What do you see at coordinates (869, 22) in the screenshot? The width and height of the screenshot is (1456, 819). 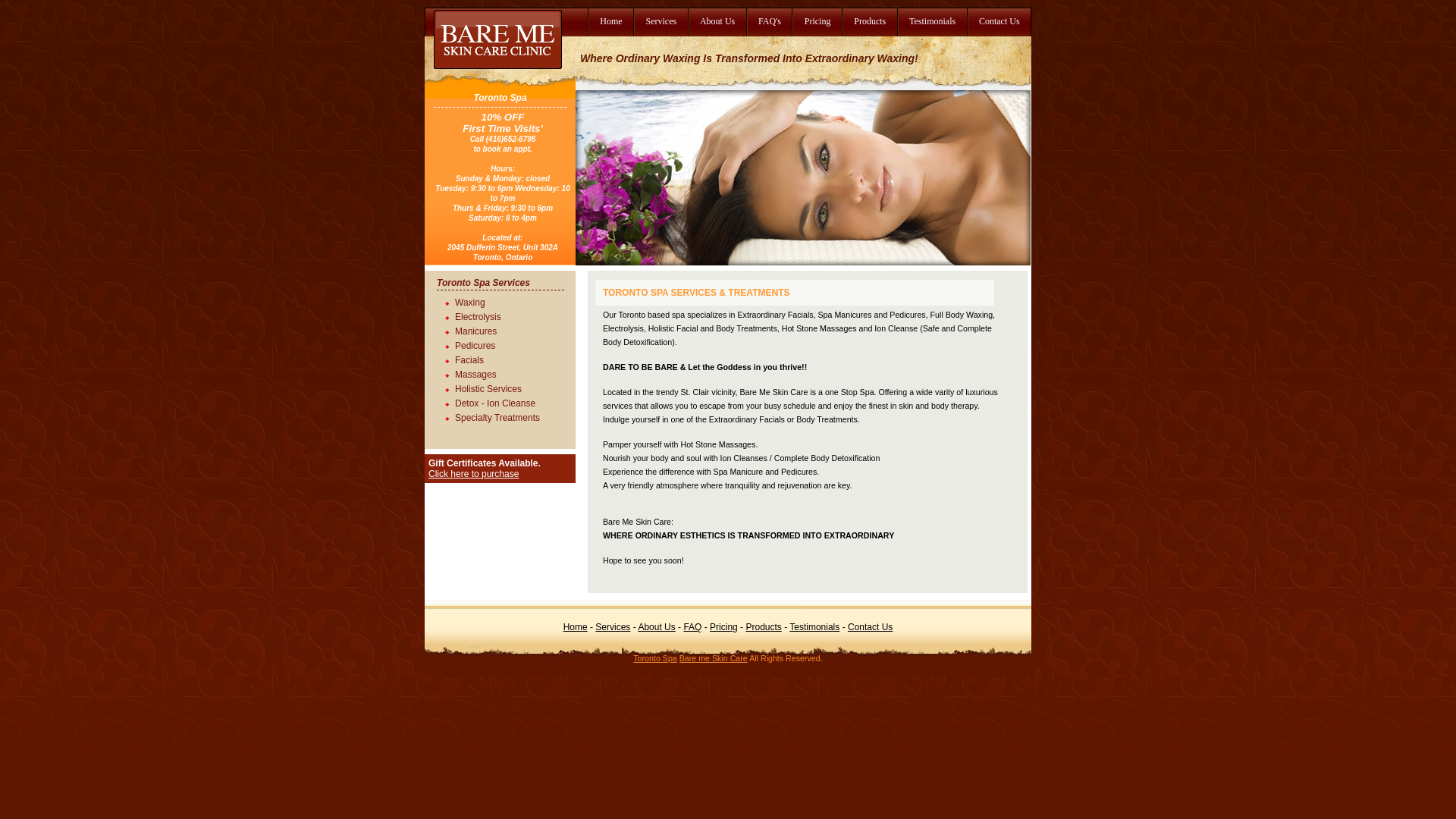 I see `'Products'` at bounding box center [869, 22].